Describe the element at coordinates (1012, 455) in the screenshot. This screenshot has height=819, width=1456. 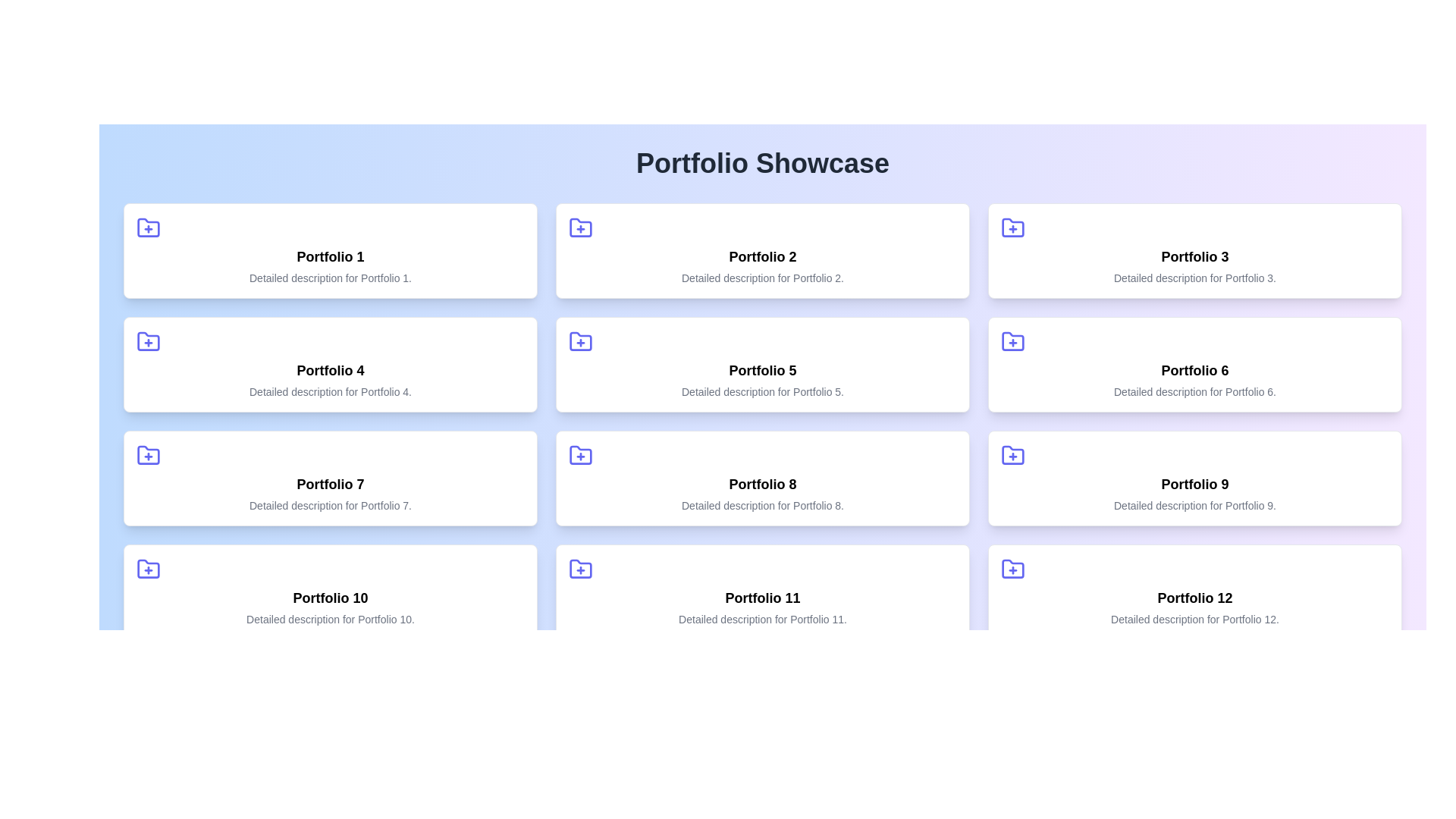
I see `the indigo-colored folder icon with a plus symbol inside, located at the top-left corner of the card labeled 'Portfolio 9', to initiate the add action` at that location.